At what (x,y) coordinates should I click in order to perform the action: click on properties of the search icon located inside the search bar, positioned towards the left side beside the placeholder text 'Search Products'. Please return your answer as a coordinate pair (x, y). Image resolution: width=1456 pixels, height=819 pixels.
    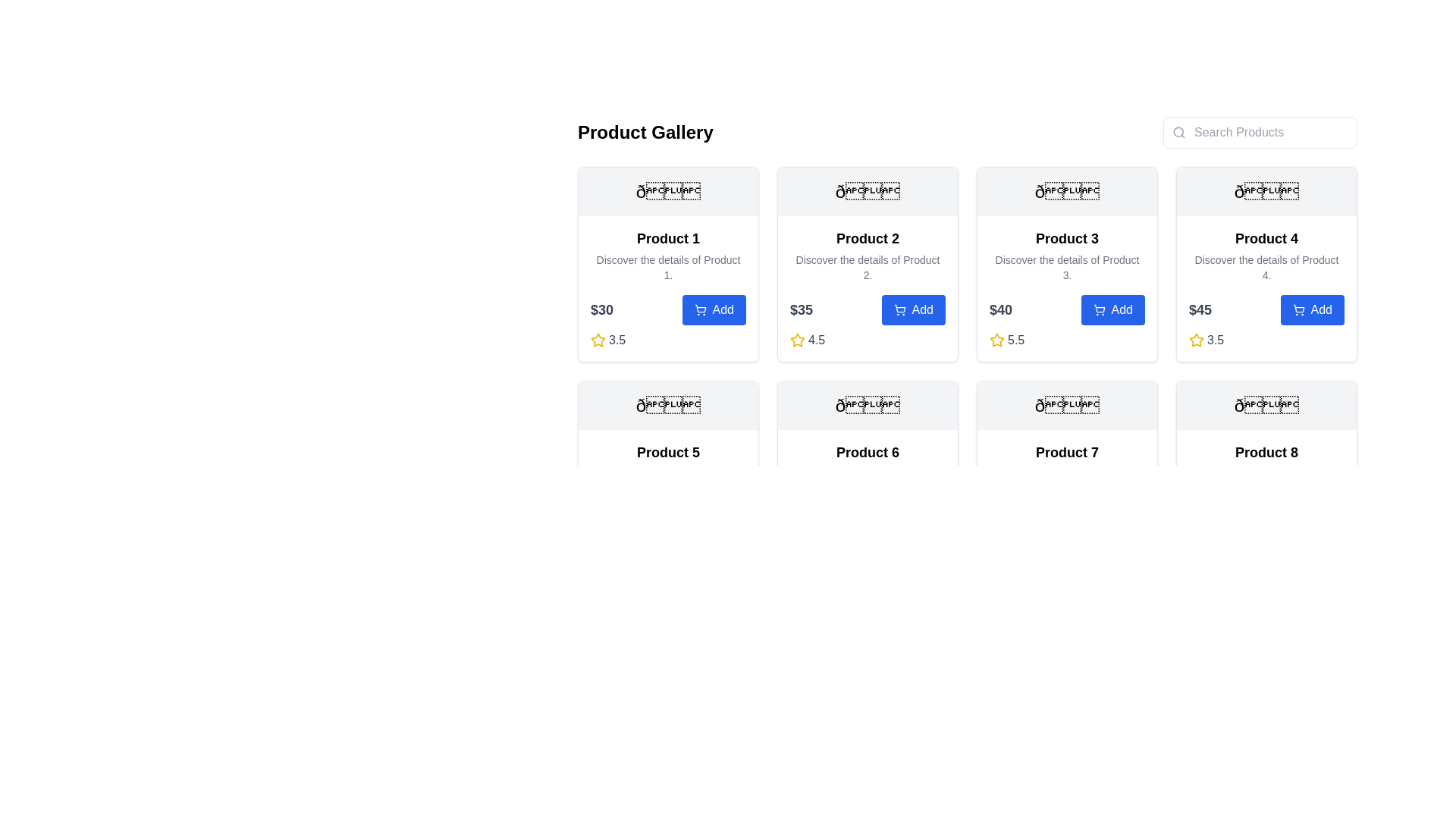
    Looking at the image, I should click on (1178, 131).